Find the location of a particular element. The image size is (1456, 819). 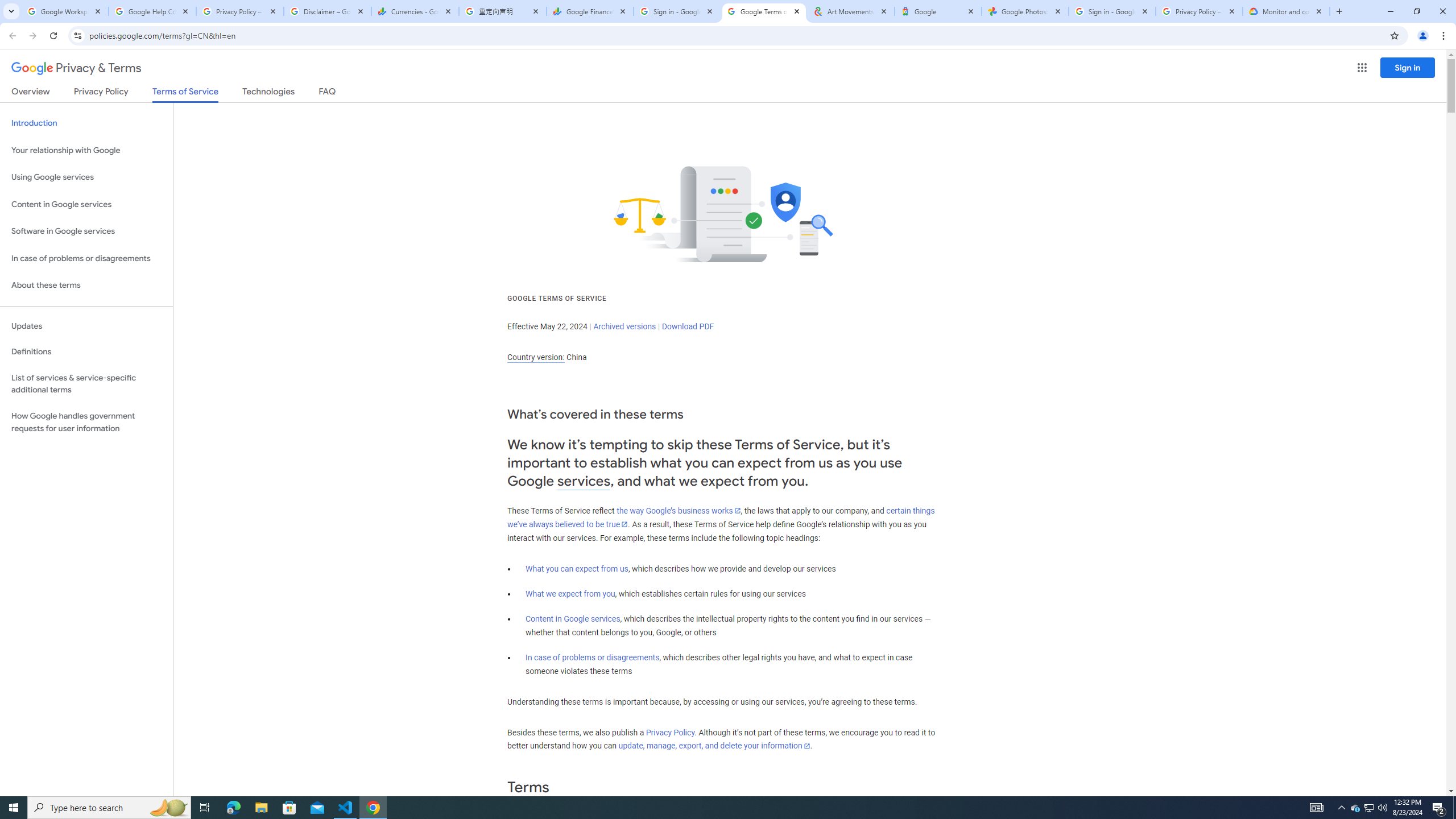

'Privacy & Terms' is located at coordinates (76, 68).